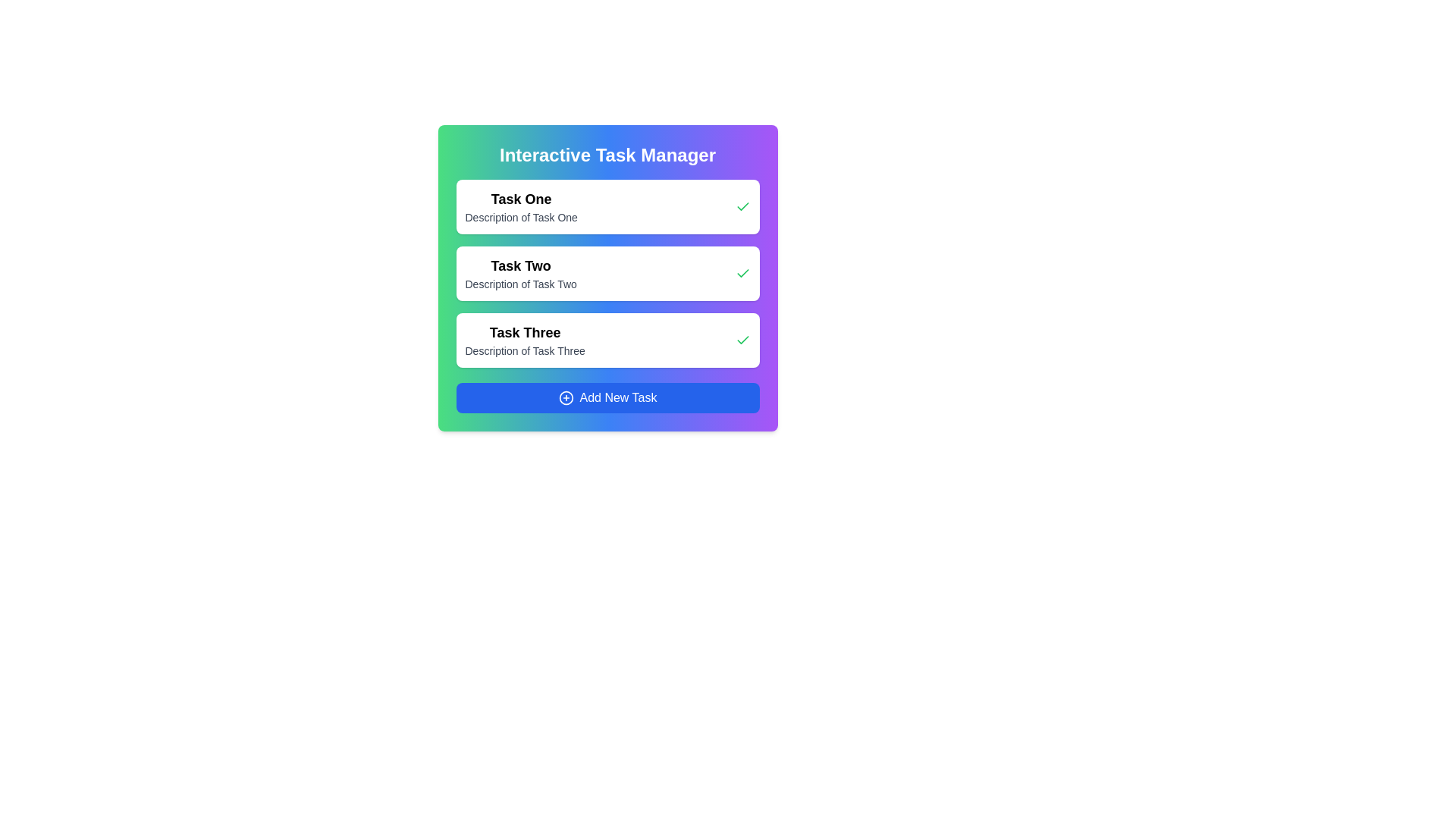 This screenshot has width=1456, height=819. I want to click on the task list item titled 'Task Two', so click(607, 274).